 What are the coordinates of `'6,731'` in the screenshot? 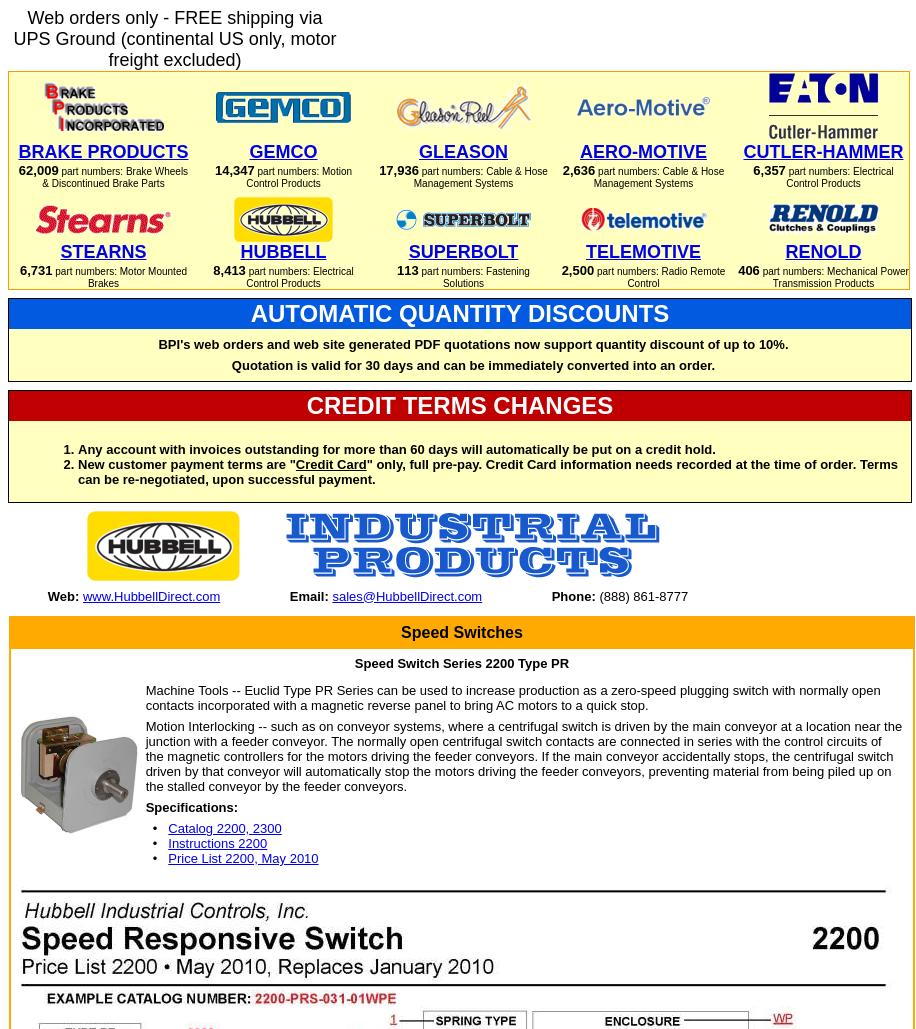 It's located at (35, 269).